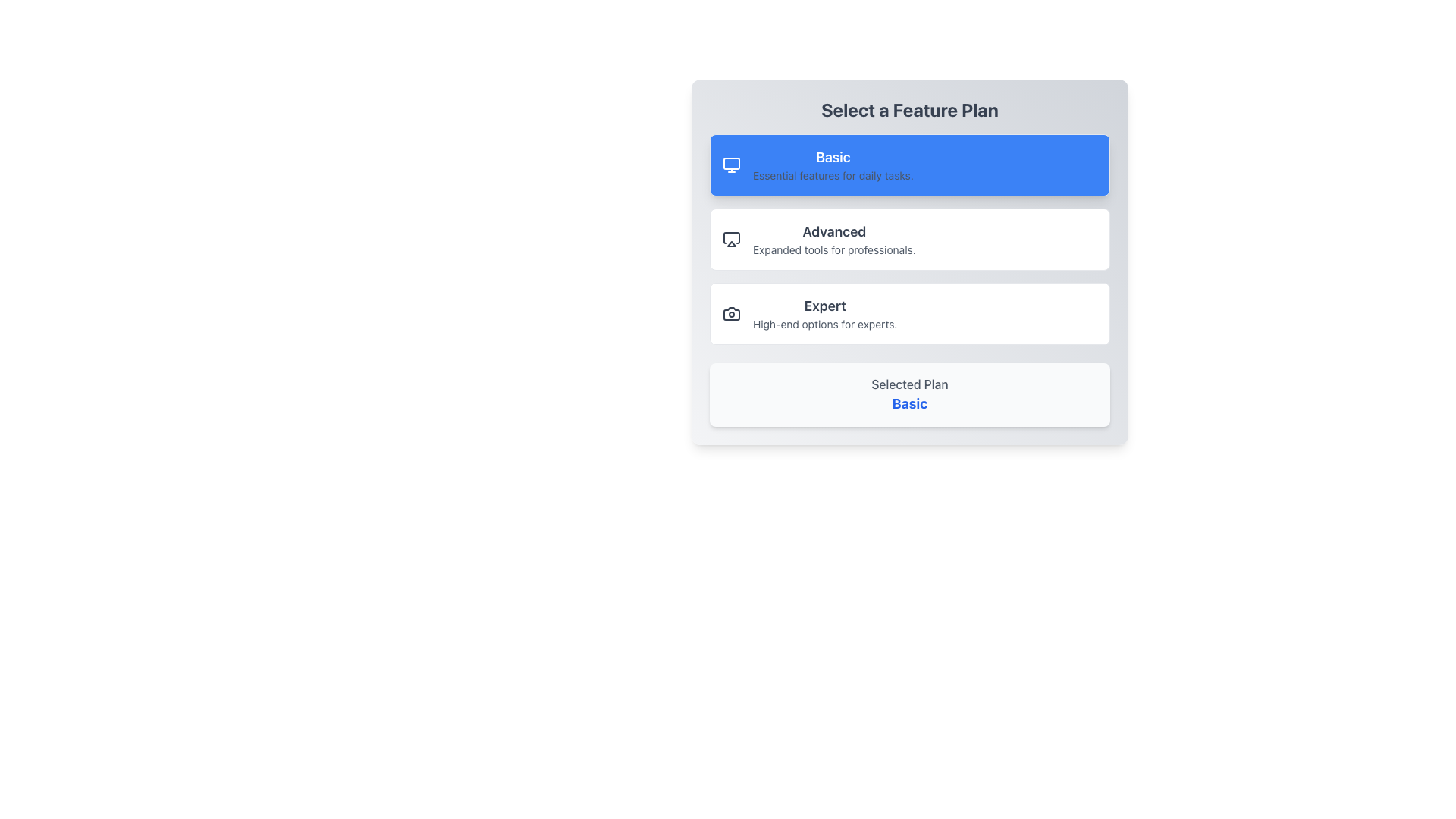 The image size is (1456, 819). Describe the element at coordinates (833, 239) in the screenshot. I see `the 'Advanced' feature plan text label` at that location.